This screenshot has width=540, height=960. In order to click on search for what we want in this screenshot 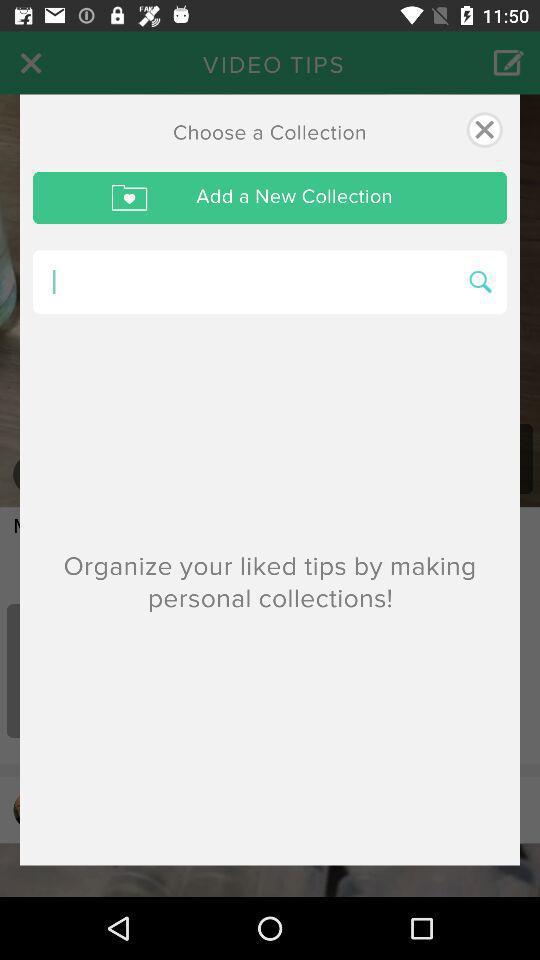, I will do `click(243, 281)`.